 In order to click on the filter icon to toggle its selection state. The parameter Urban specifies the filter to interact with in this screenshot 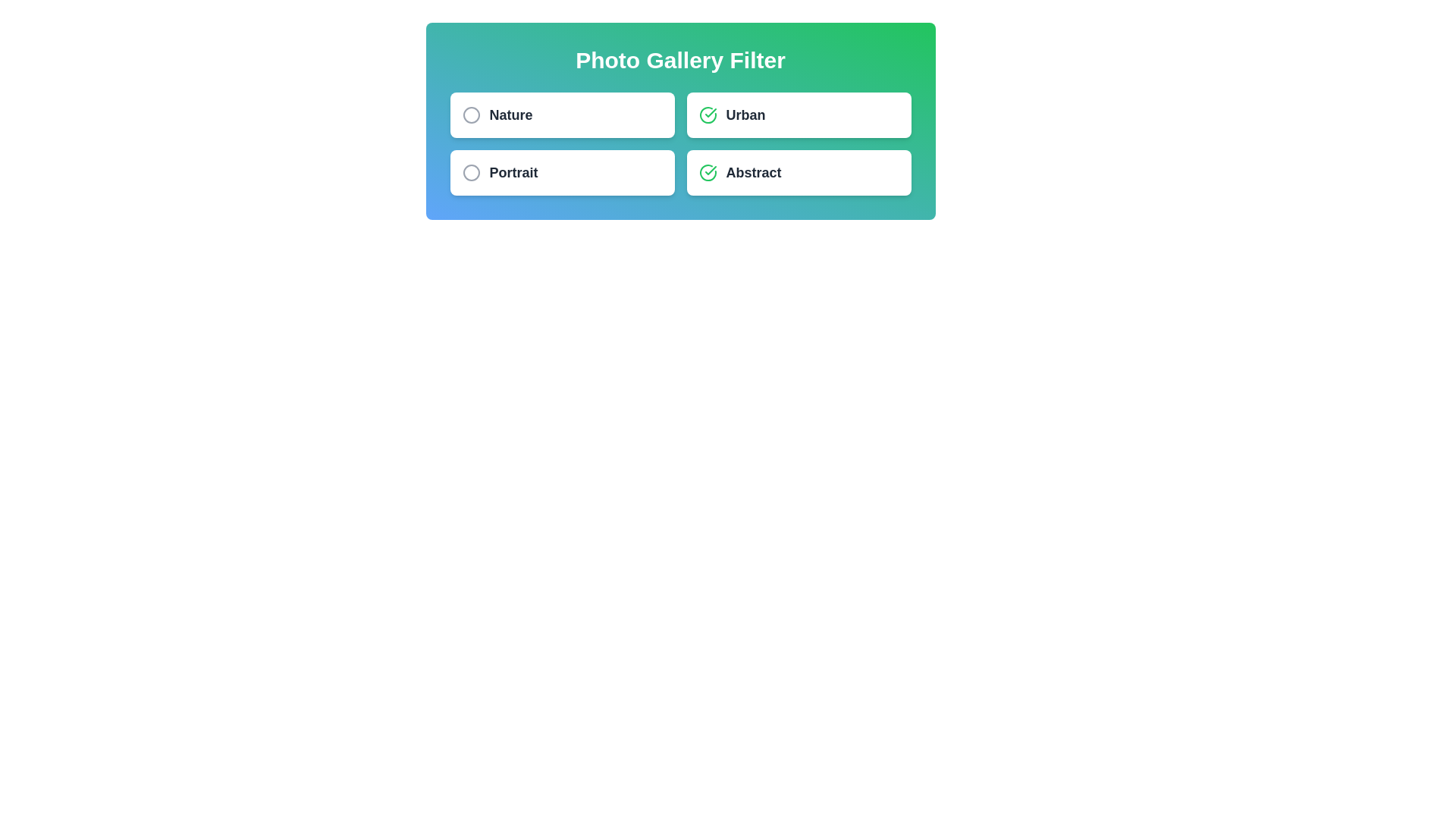, I will do `click(707, 114)`.